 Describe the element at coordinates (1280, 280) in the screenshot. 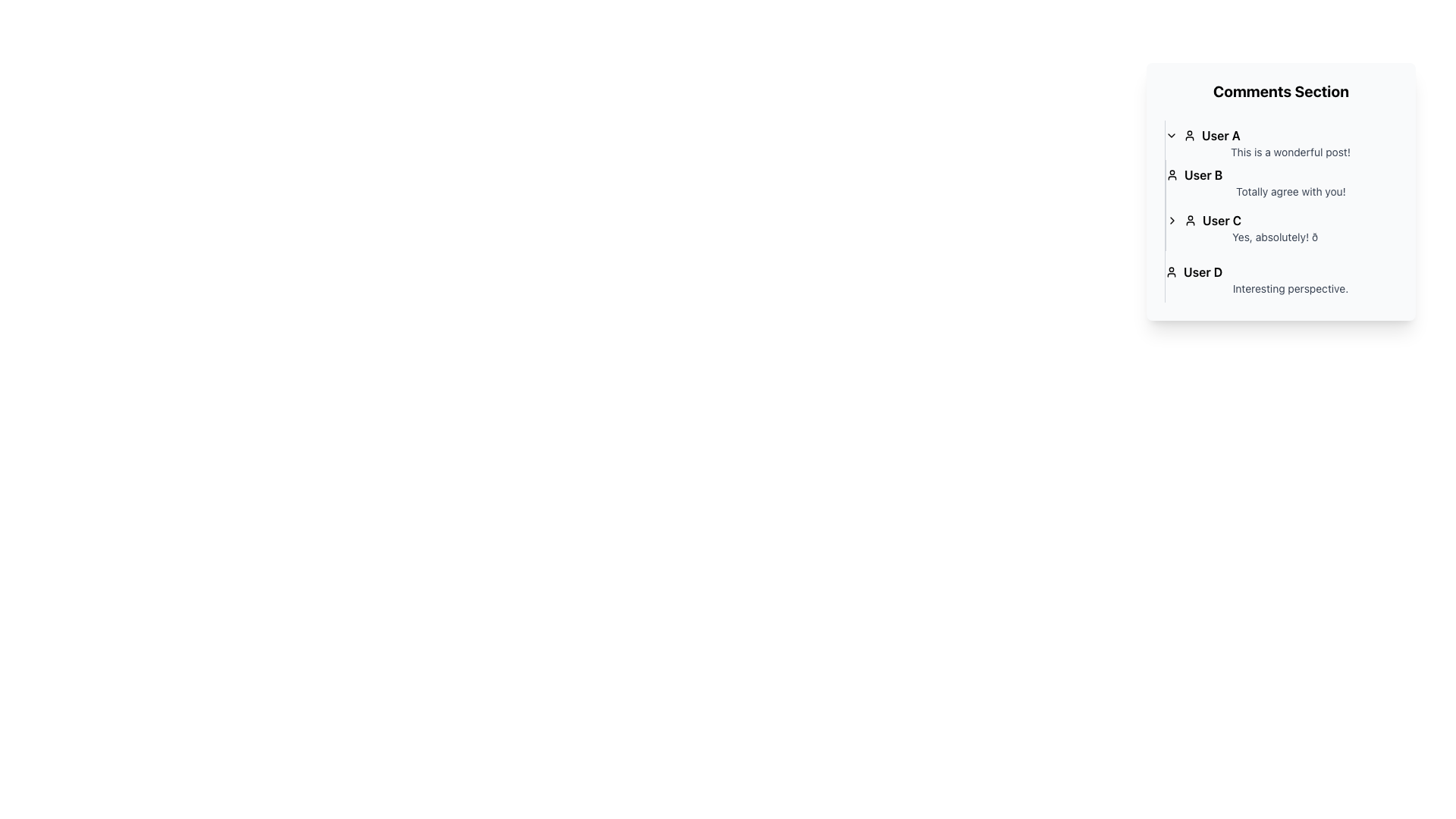

I see `username and comment from the fourth comment Text Display with an Icon in the discussion, located at the specified coordinates` at that location.